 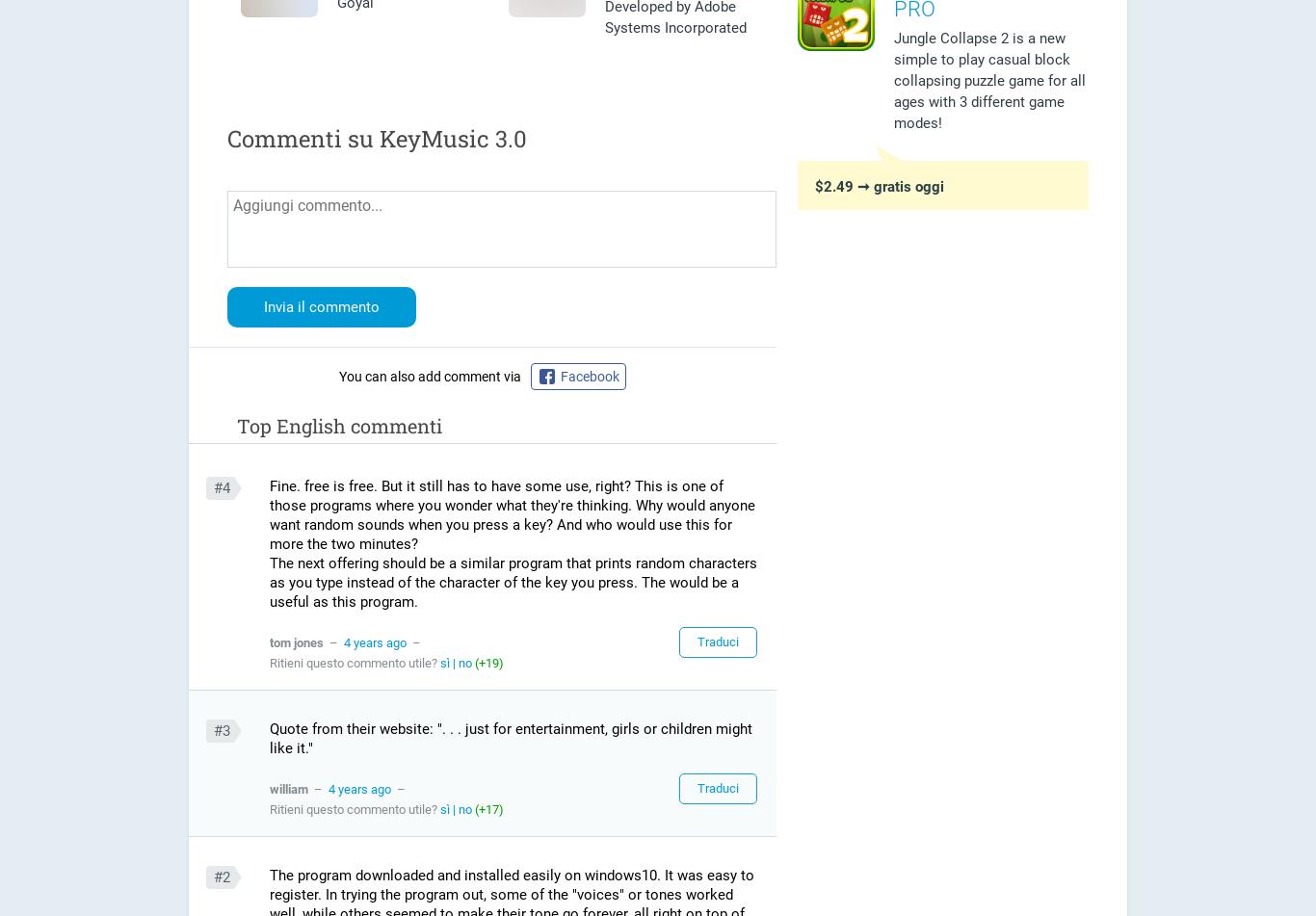 I want to click on 'Fine. free is free. But it still has to have some use, right? This is one of those programs where you wonder what they're thinking. Why would anyone want random sounds when you press a key? And who would use this for more the two minutes?', so click(x=270, y=514).